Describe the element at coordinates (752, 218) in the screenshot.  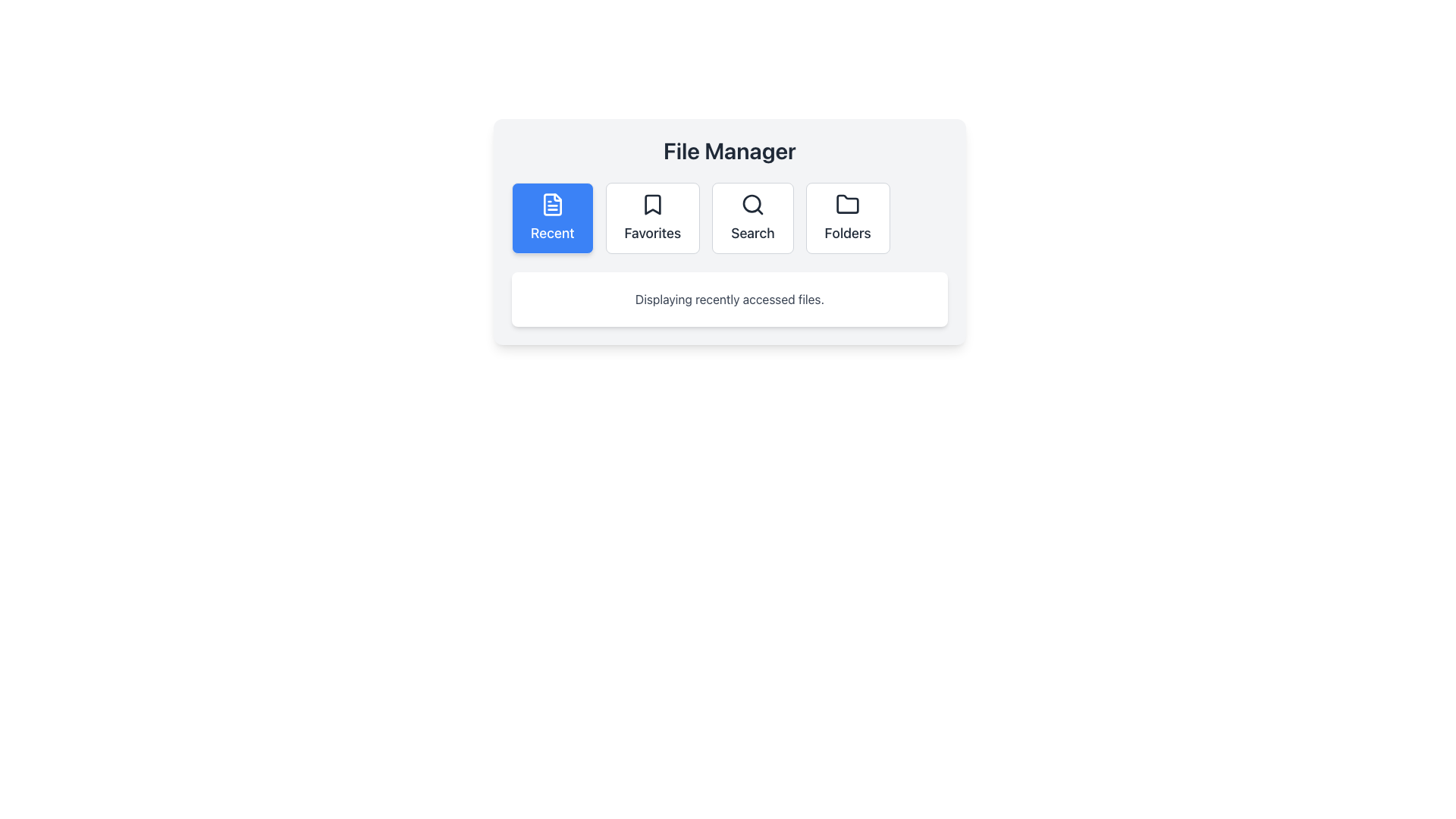
I see `the 'Search' button, which is a rectangular button with rounded corners, a white background, a black magnifying glass icon, and gray text` at that location.